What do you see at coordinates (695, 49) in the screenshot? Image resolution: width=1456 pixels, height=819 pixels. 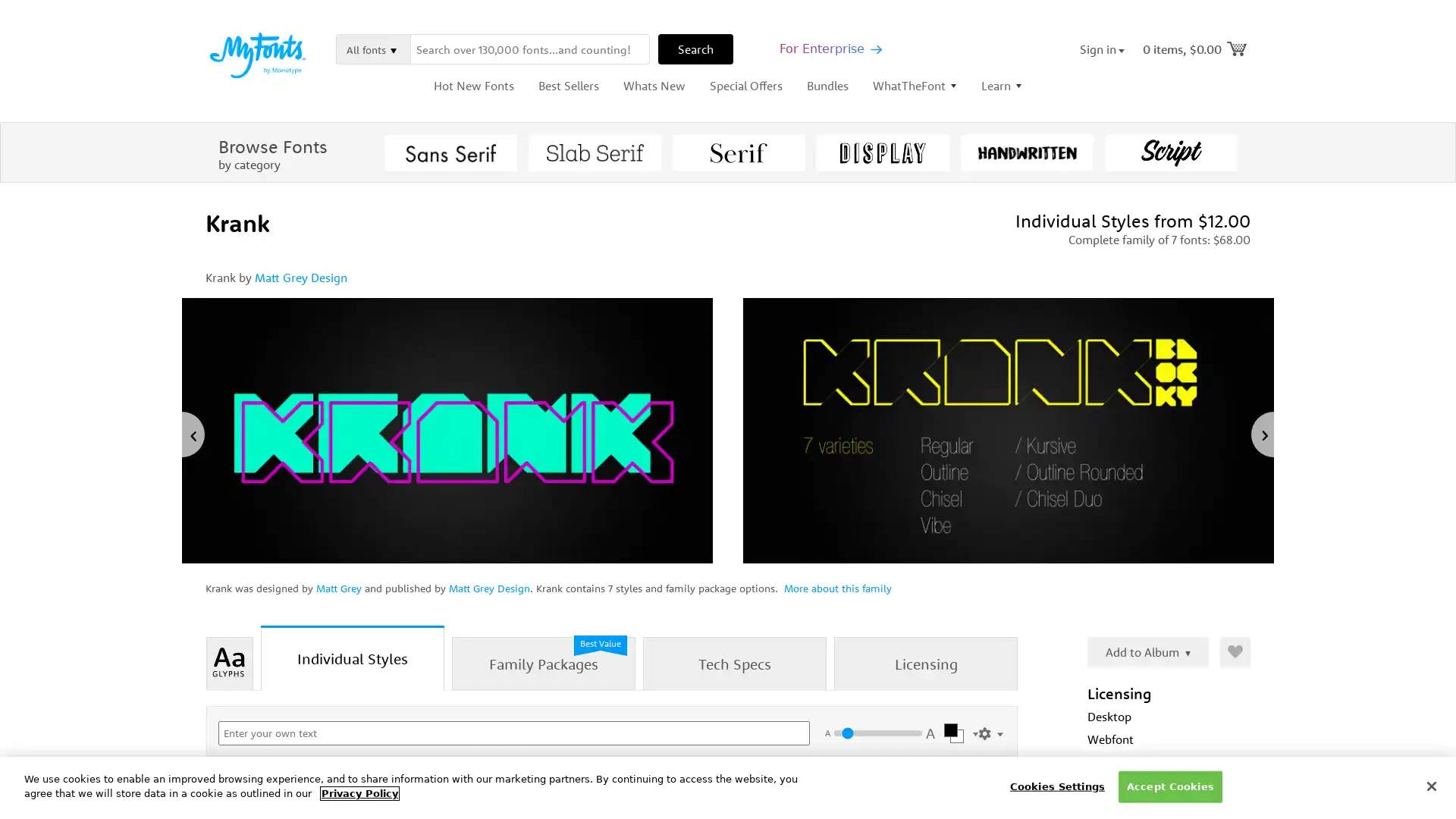 I see `Search` at bounding box center [695, 49].